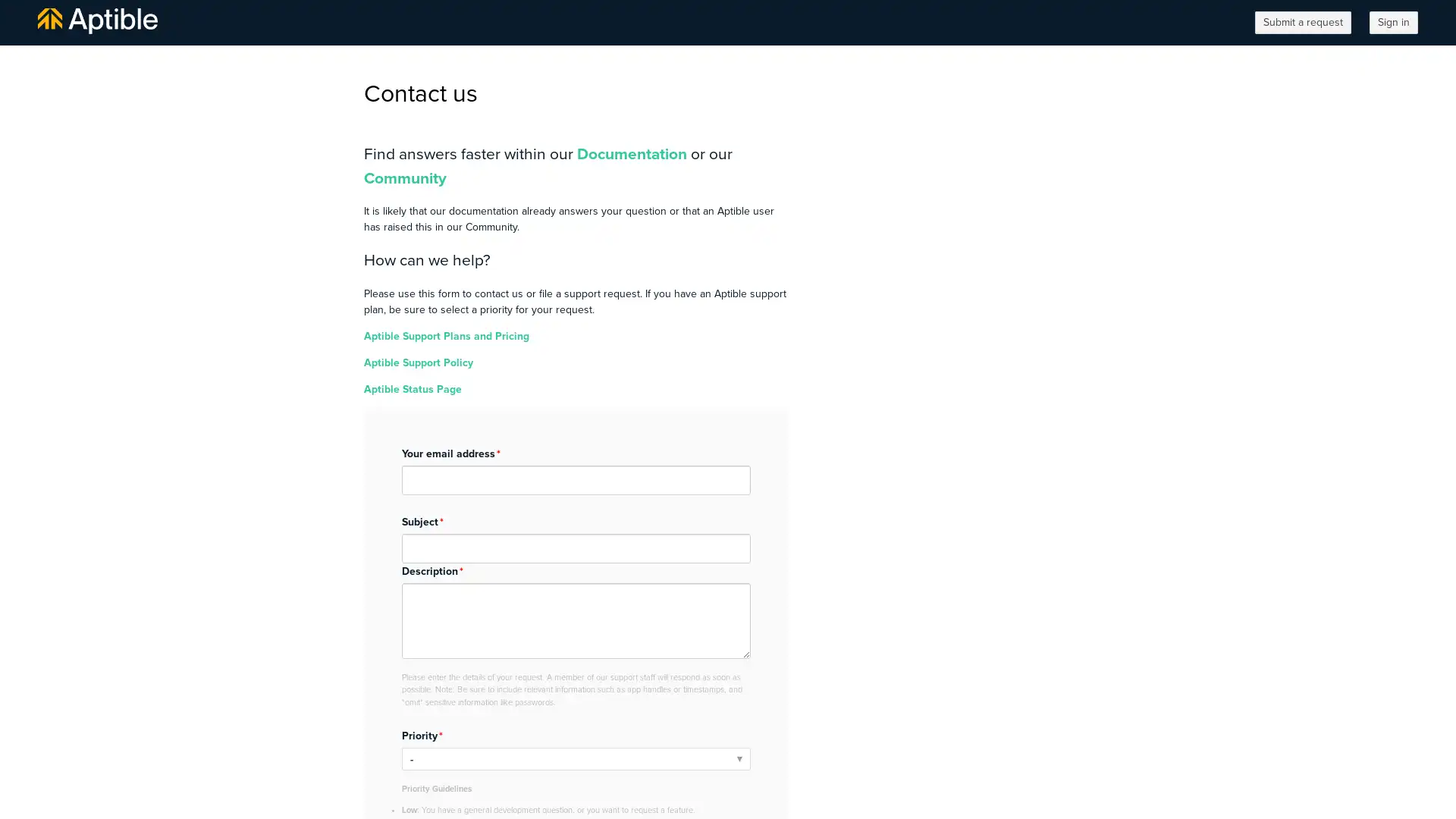 The height and width of the screenshot is (819, 1456). I want to click on Submit a request, so click(1302, 23).